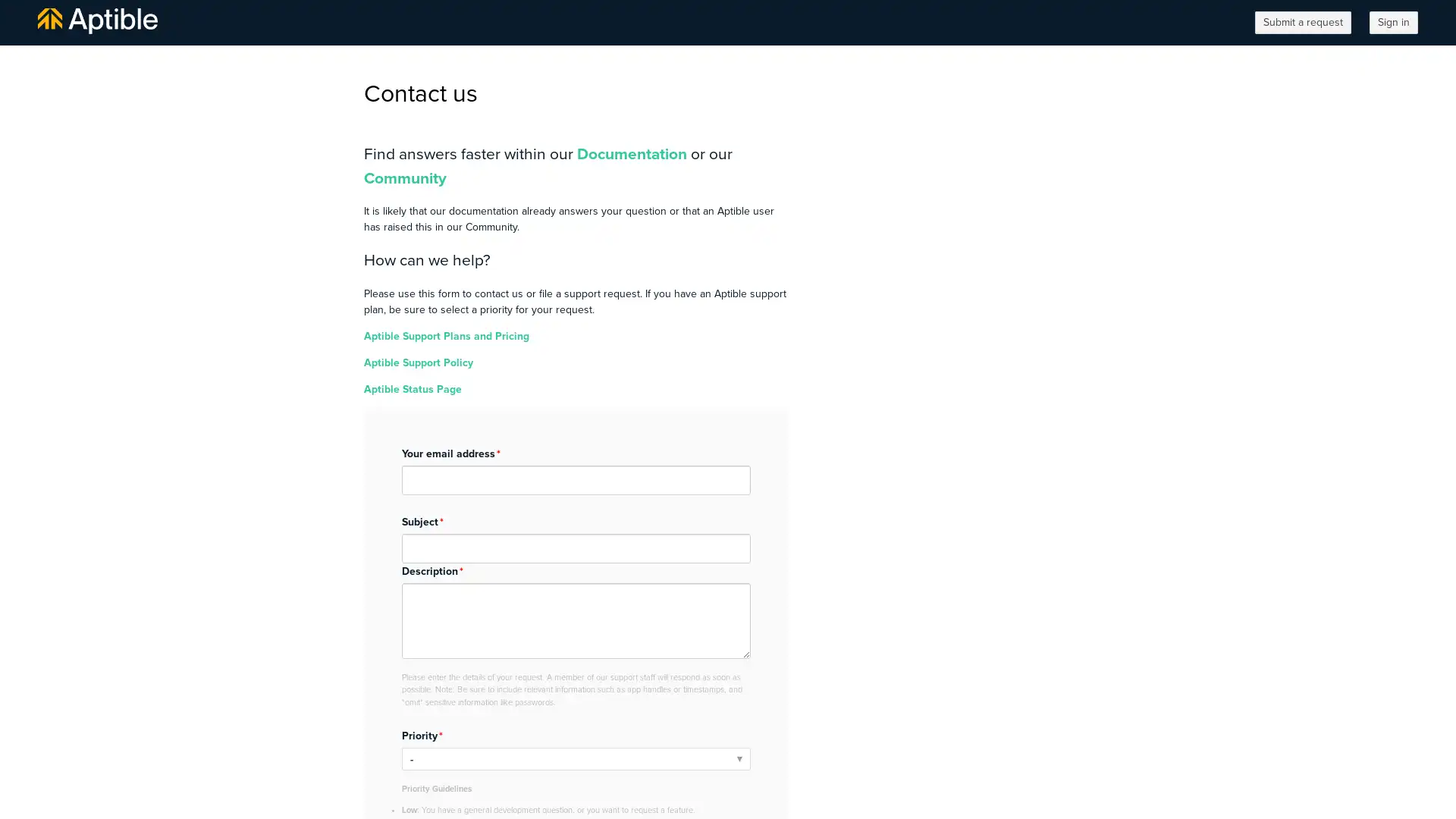 The height and width of the screenshot is (819, 1456). I want to click on Submit a request, so click(1302, 23).